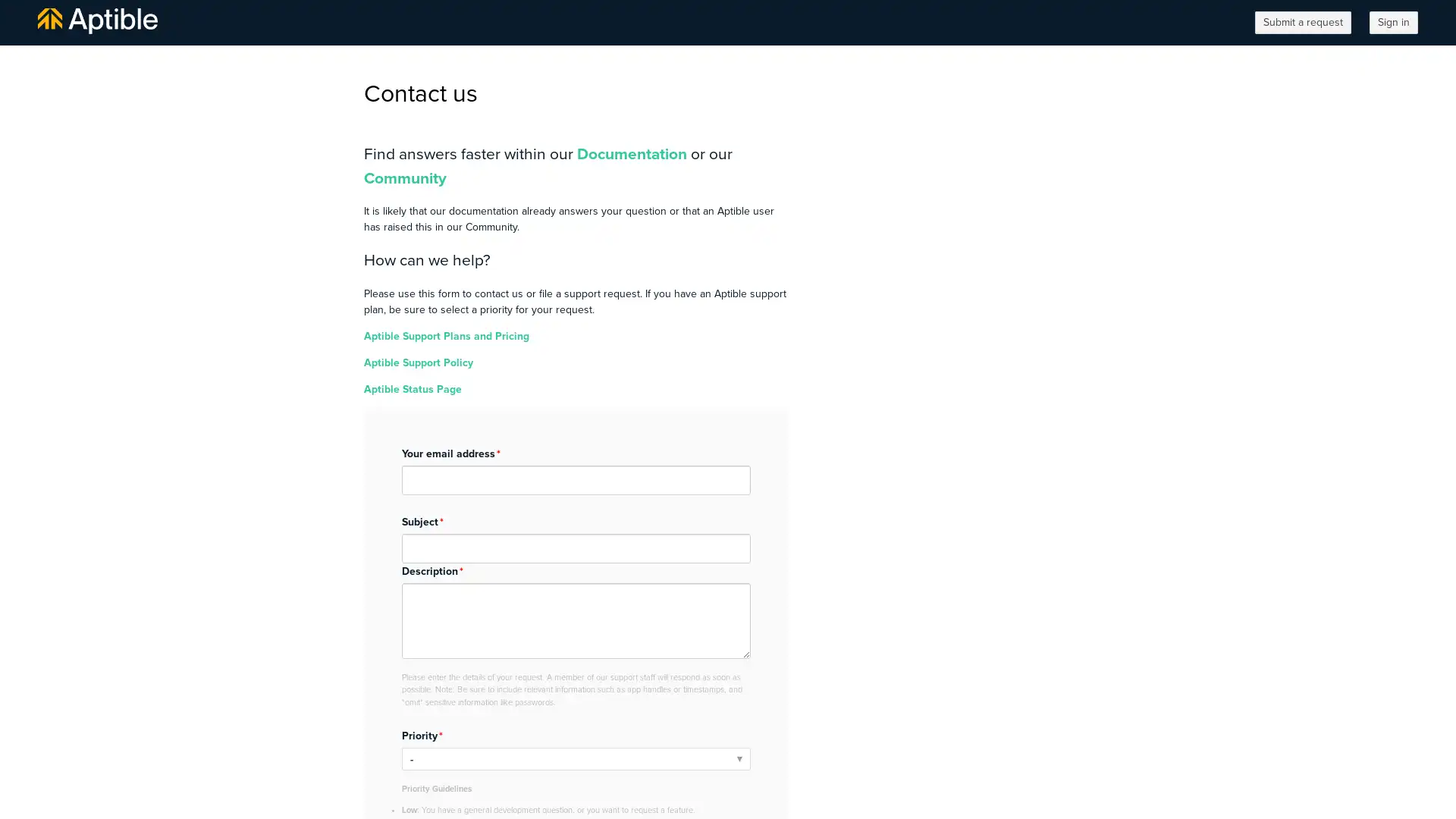 The height and width of the screenshot is (819, 1456). I want to click on Submit a request, so click(1302, 23).